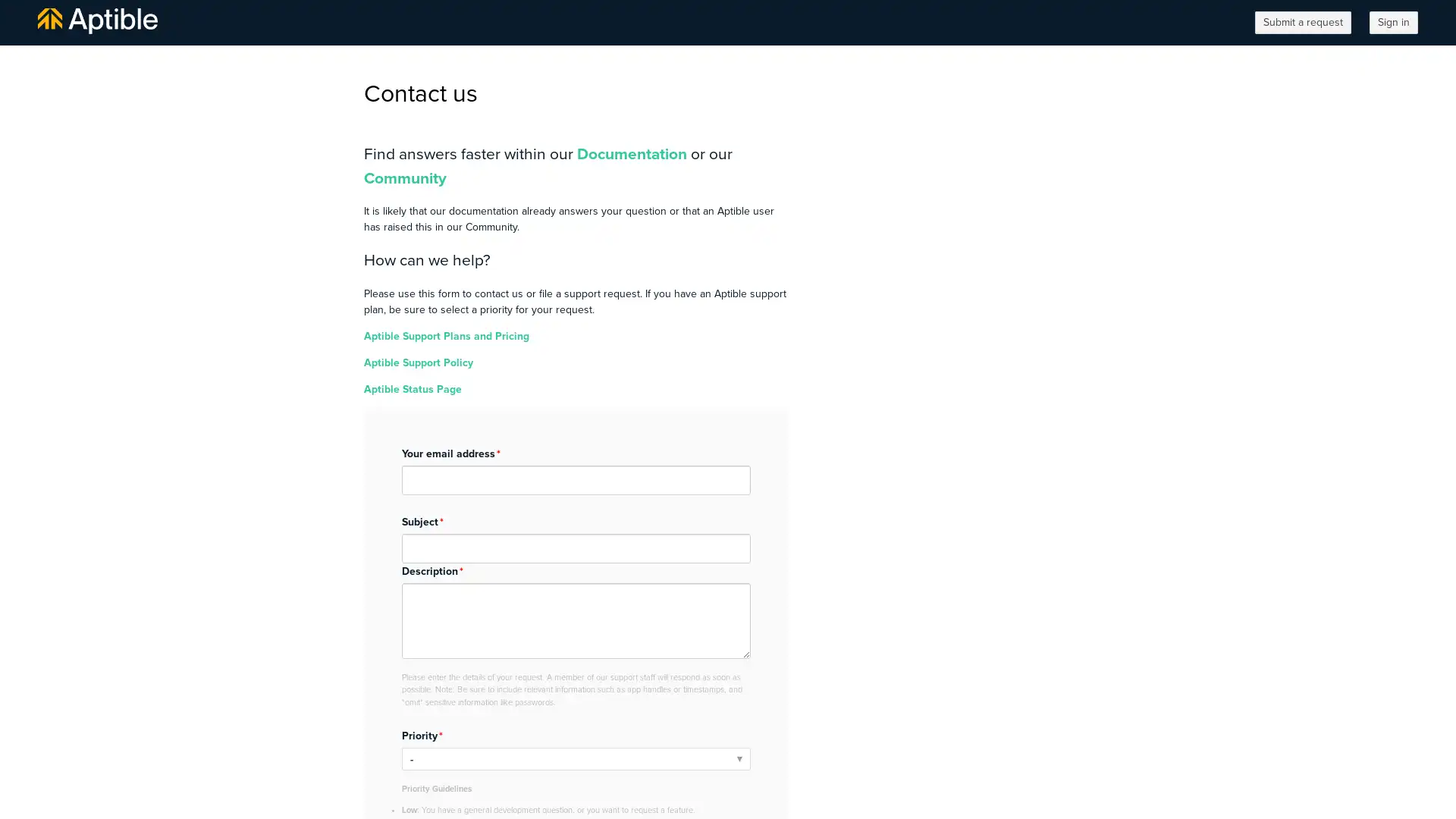 The height and width of the screenshot is (819, 1456). I want to click on Submit a request, so click(1302, 23).